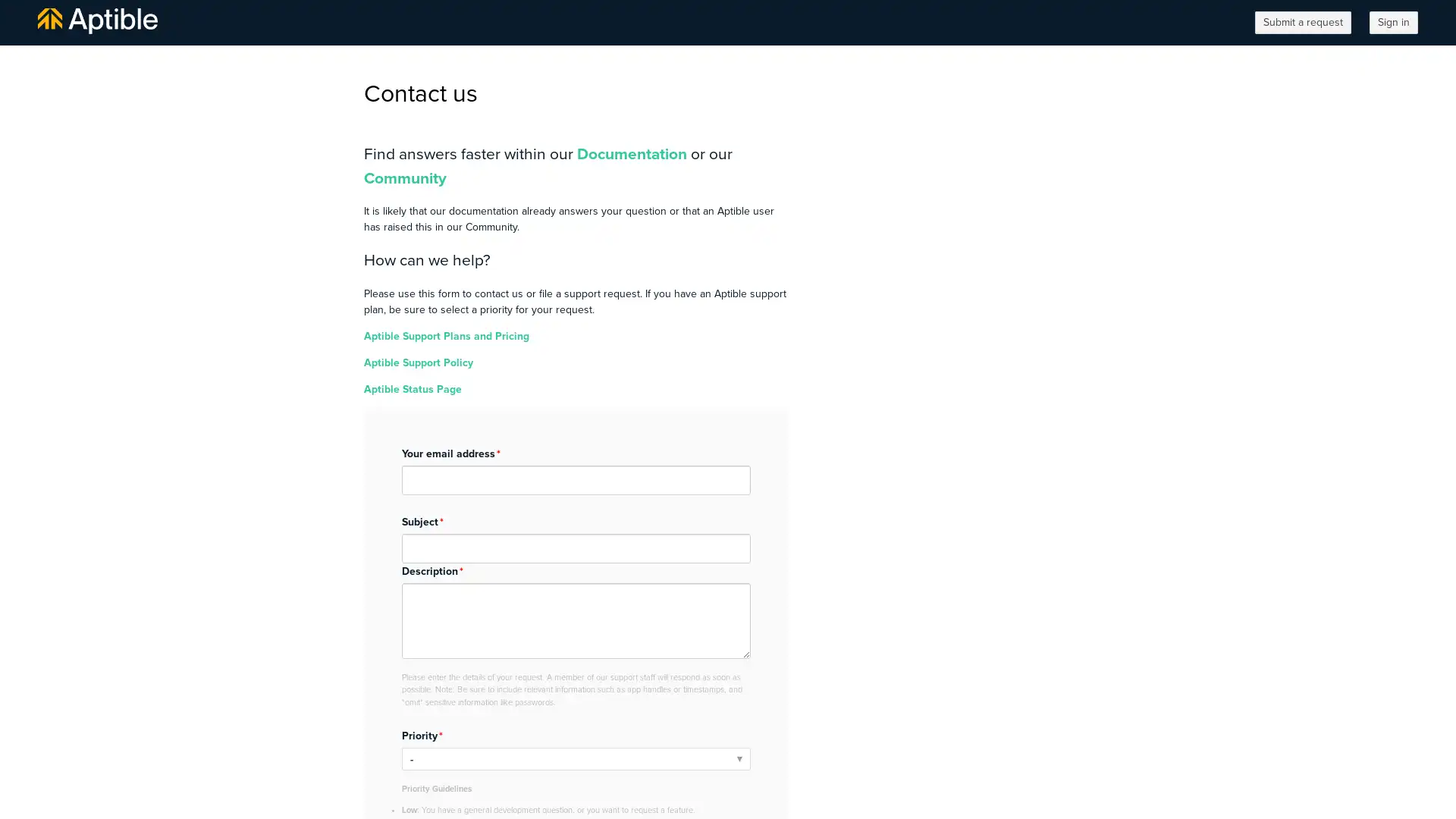 The height and width of the screenshot is (819, 1456). I want to click on Submit a request, so click(1302, 23).